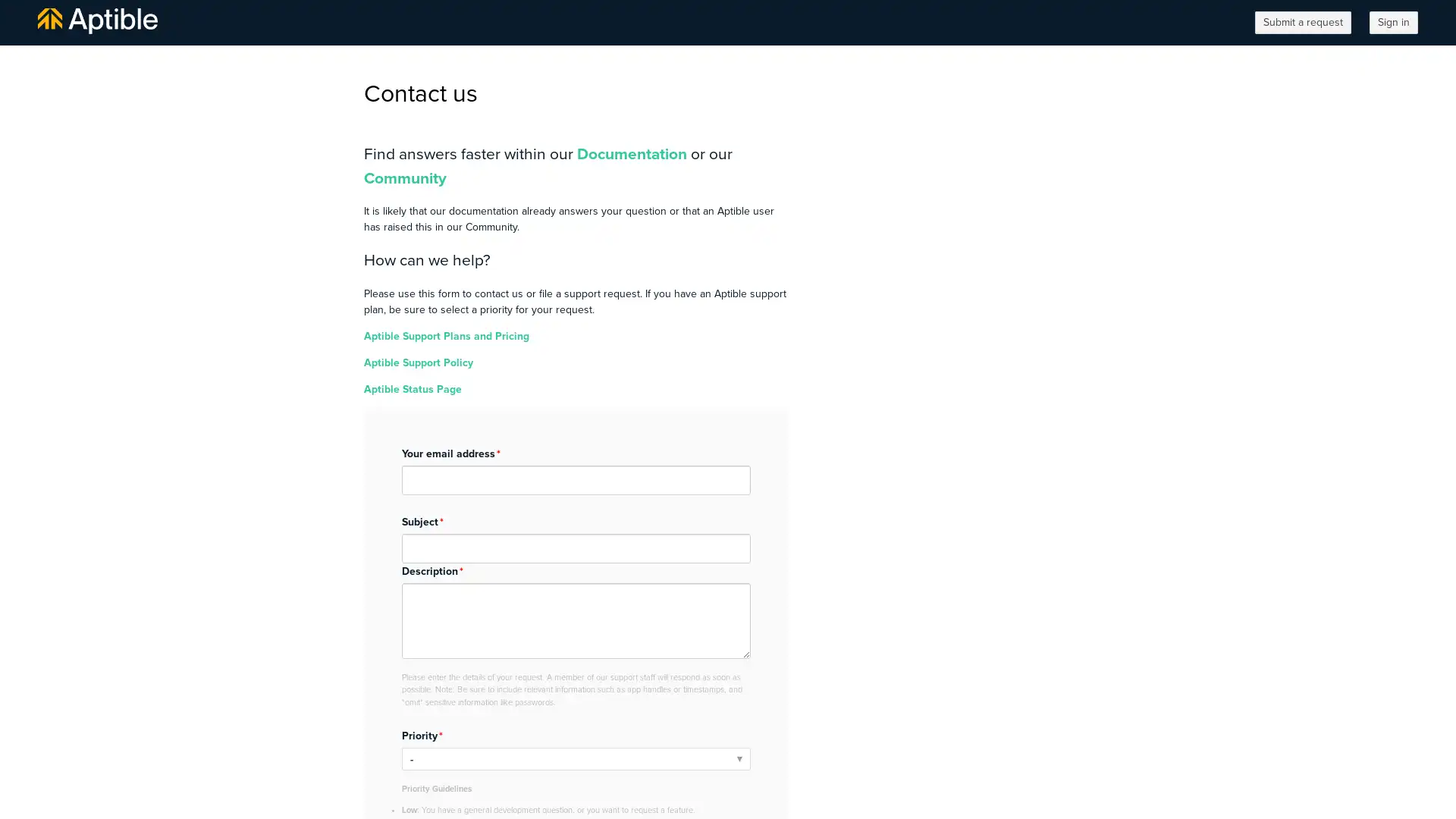 The height and width of the screenshot is (819, 1456). I want to click on Submit a request, so click(1302, 23).